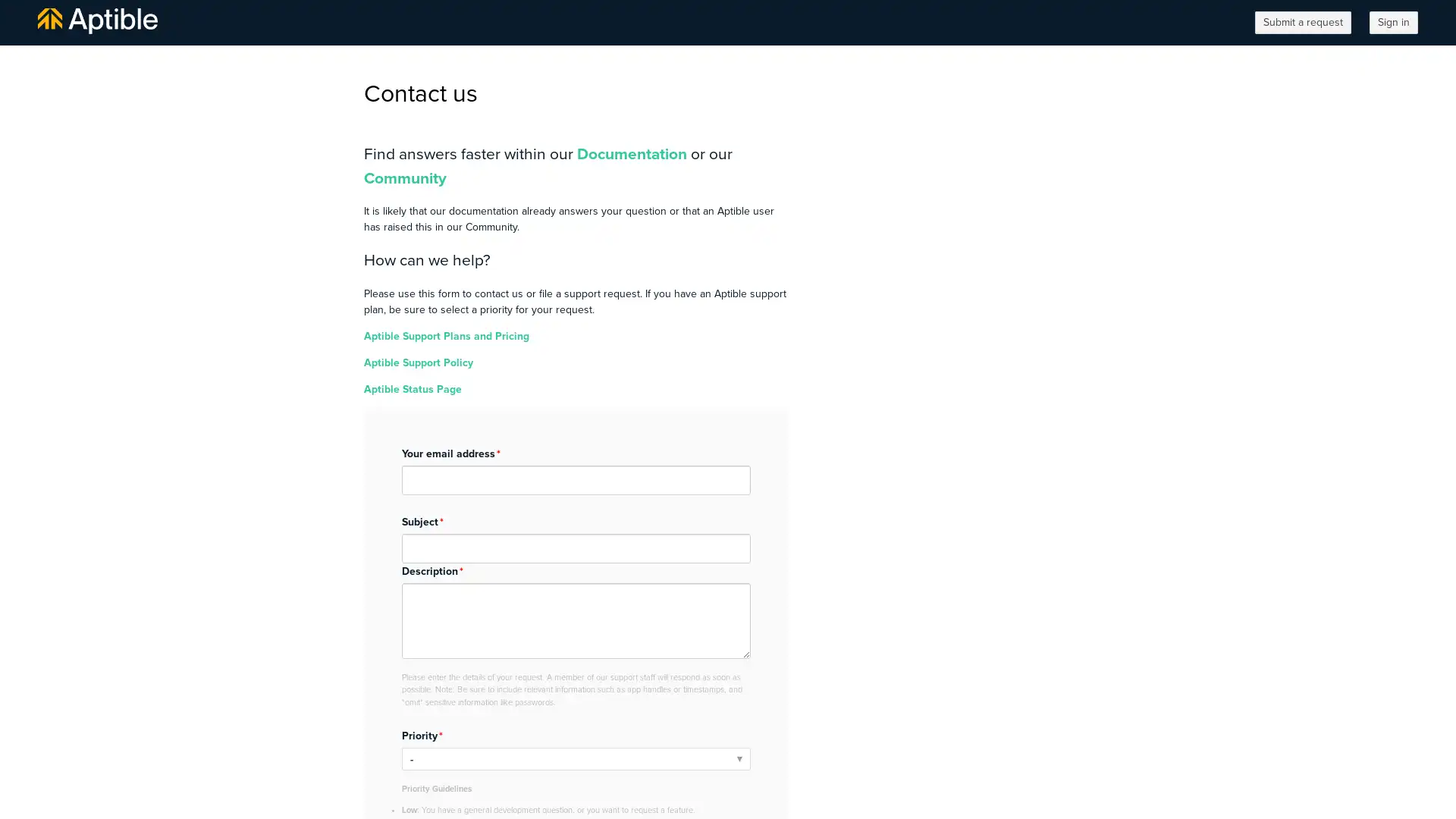 The height and width of the screenshot is (819, 1456). I want to click on Submit a request, so click(1302, 23).